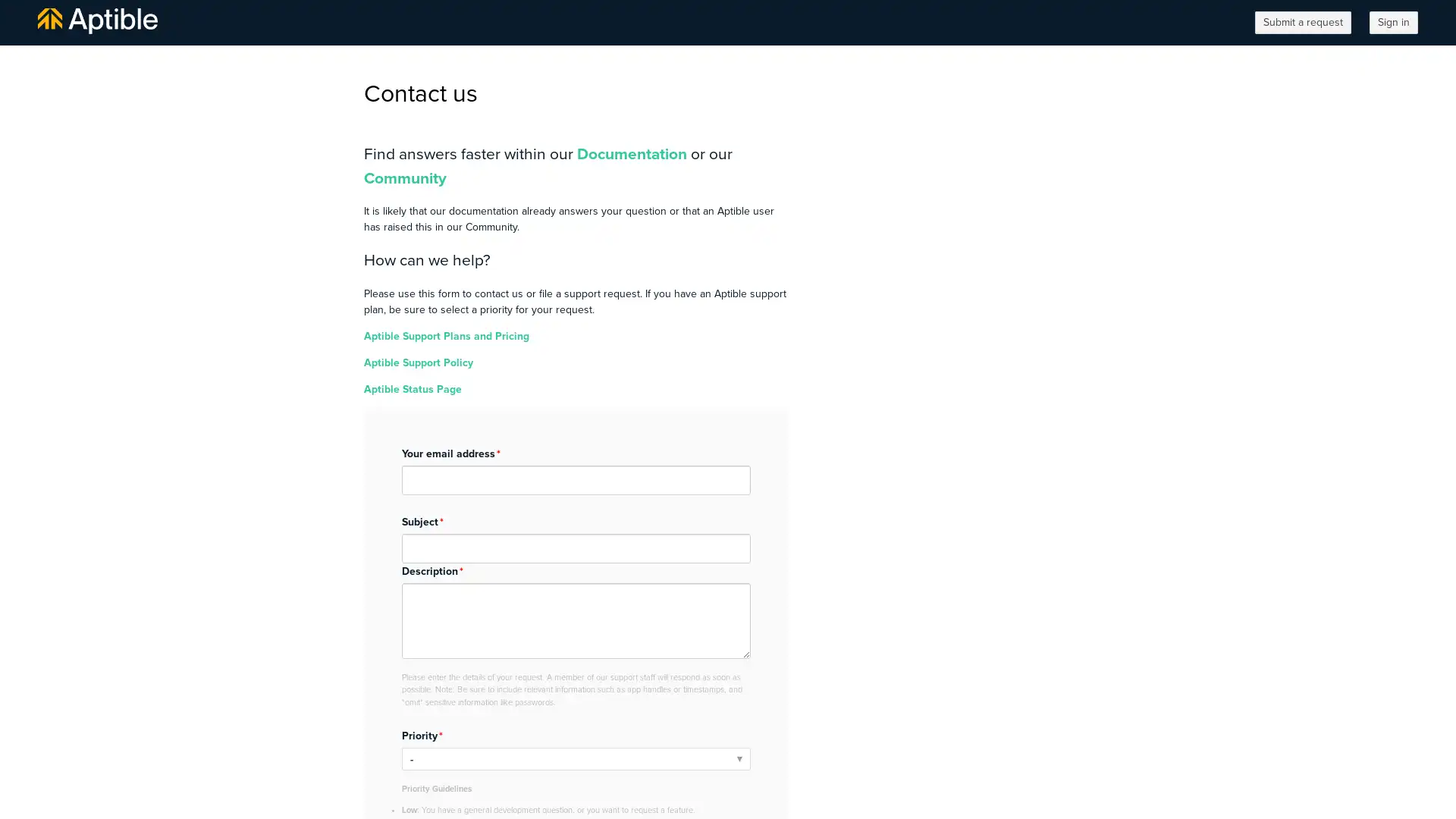 The height and width of the screenshot is (819, 1456). I want to click on Submit a request, so click(1302, 23).